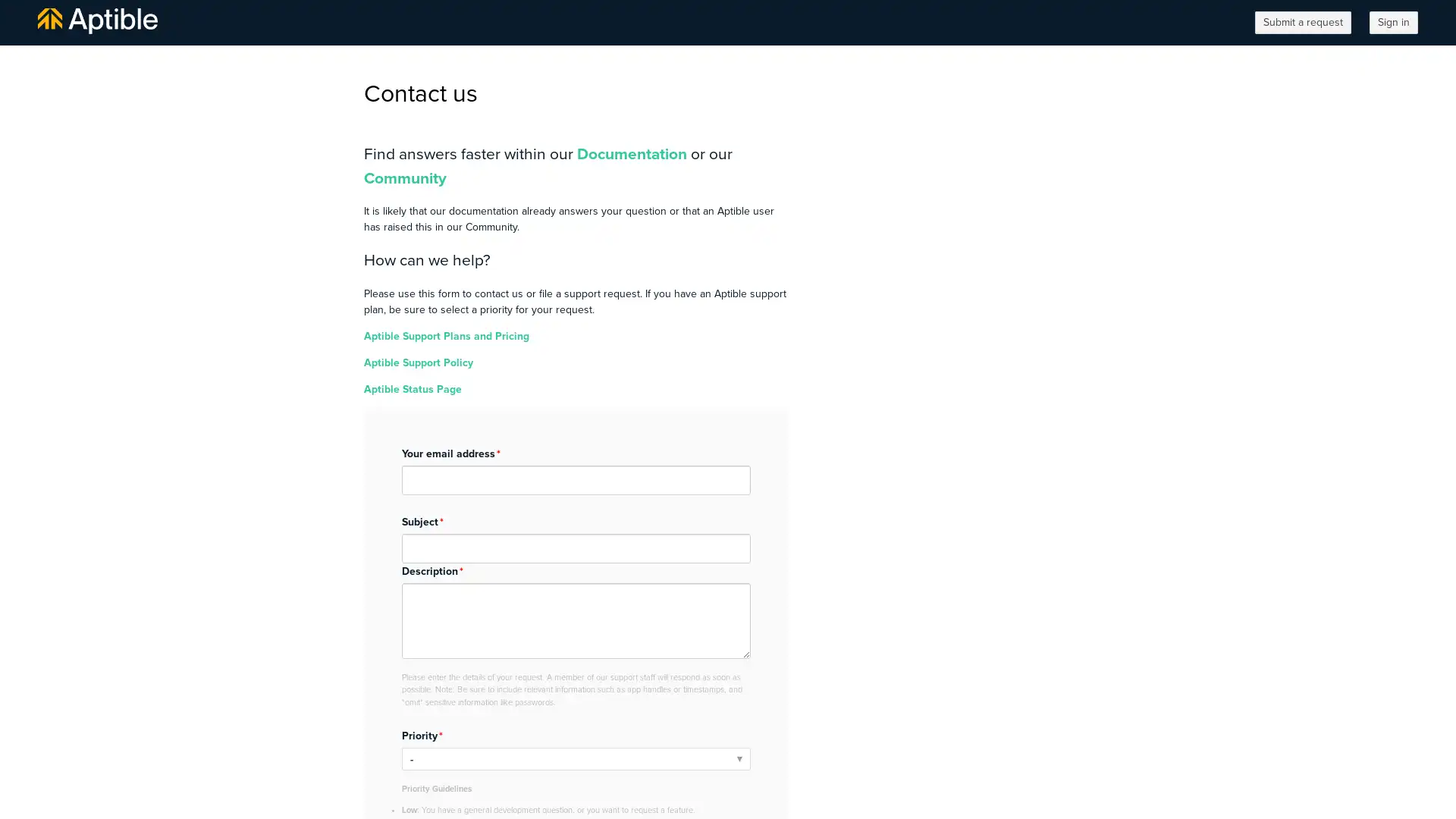 The height and width of the screenshot is (819, 1456). I want to click on Submit a request, so click(1302, 23).